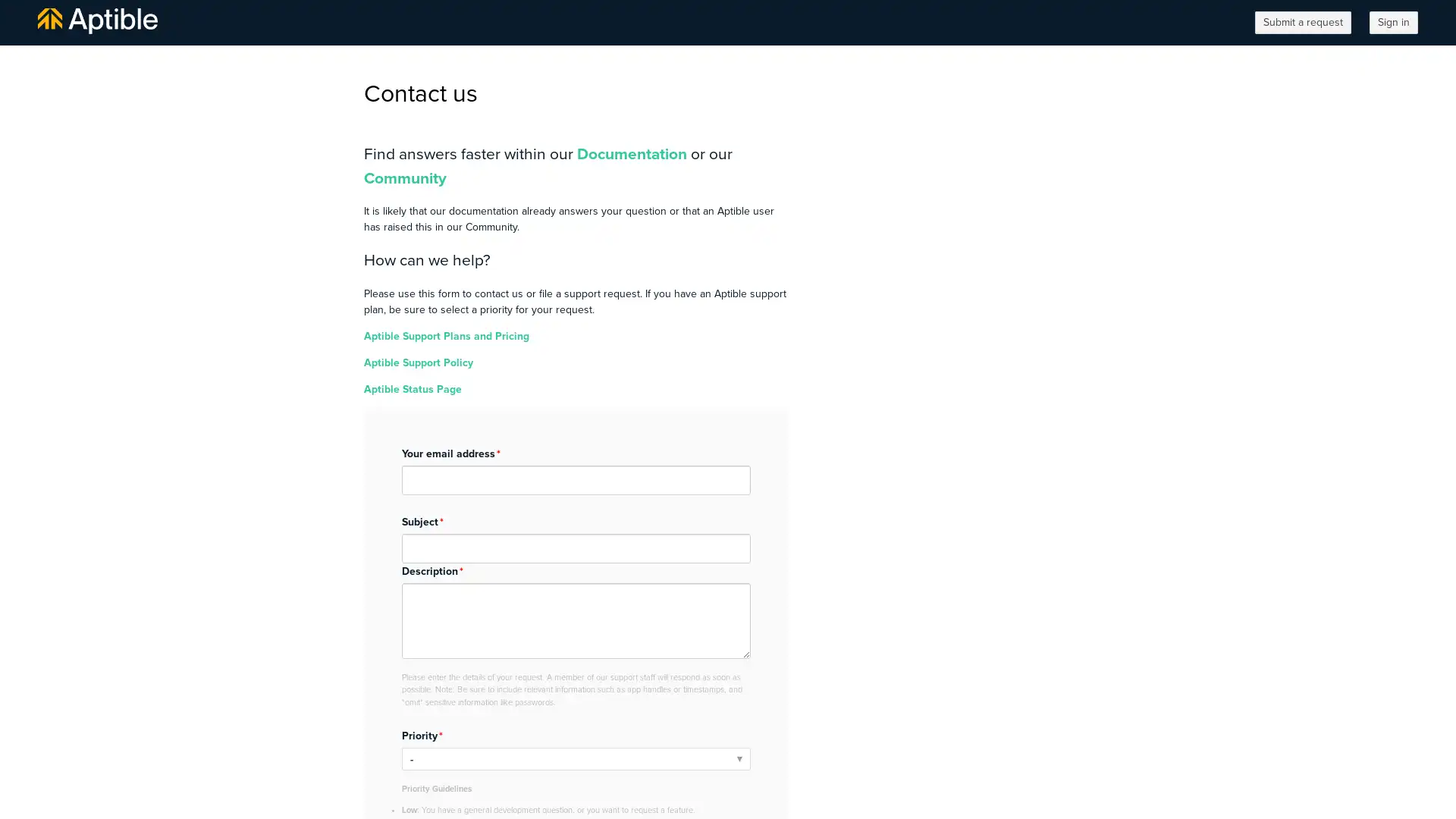 The height and width of the screenshot is (819, 1456). I want to click on Submit a request, so click(1302, 23).